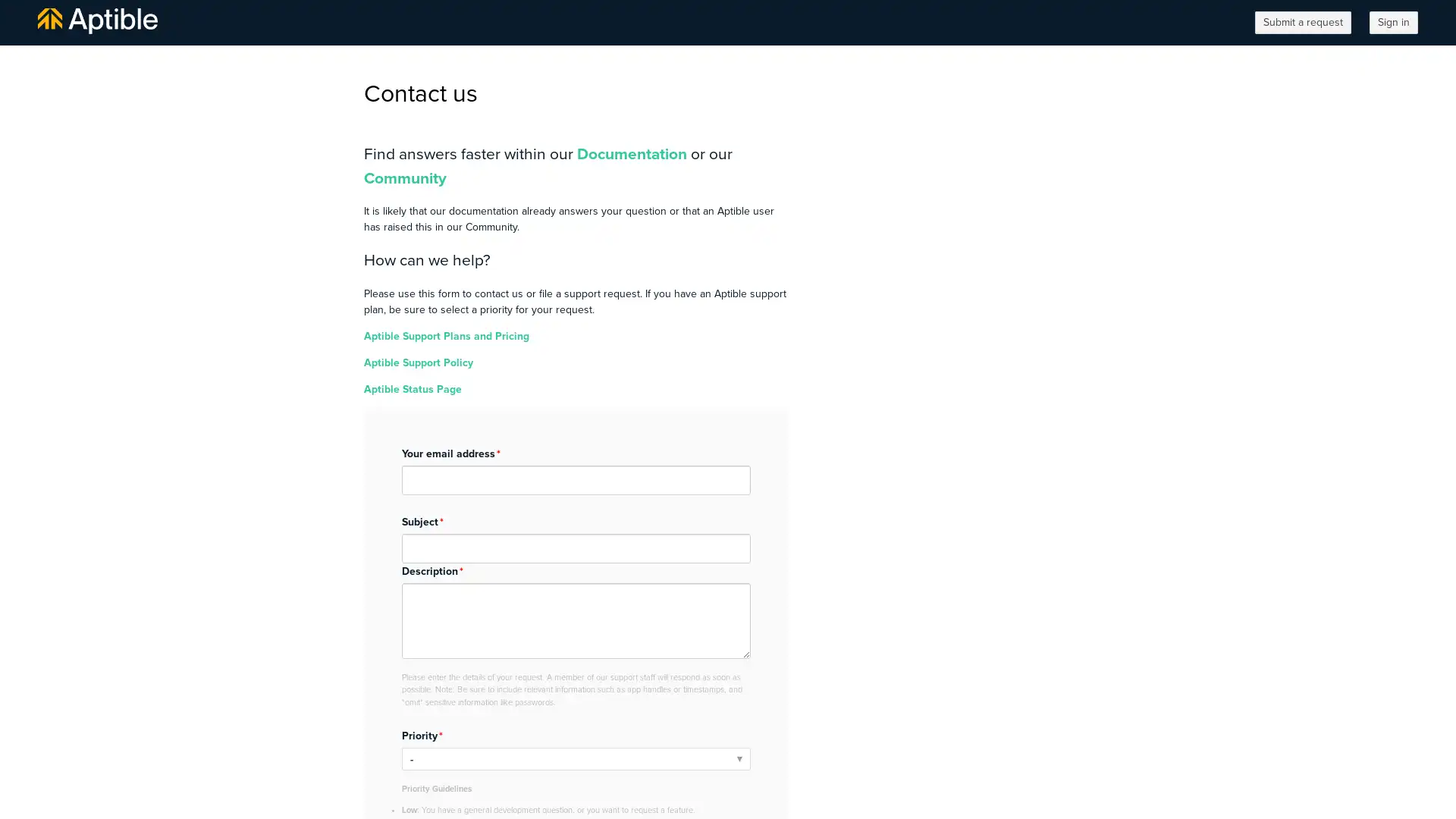 The height and width of the screenshot is (819, 1456). I want to click on Submit a request, so click(1302, 23).